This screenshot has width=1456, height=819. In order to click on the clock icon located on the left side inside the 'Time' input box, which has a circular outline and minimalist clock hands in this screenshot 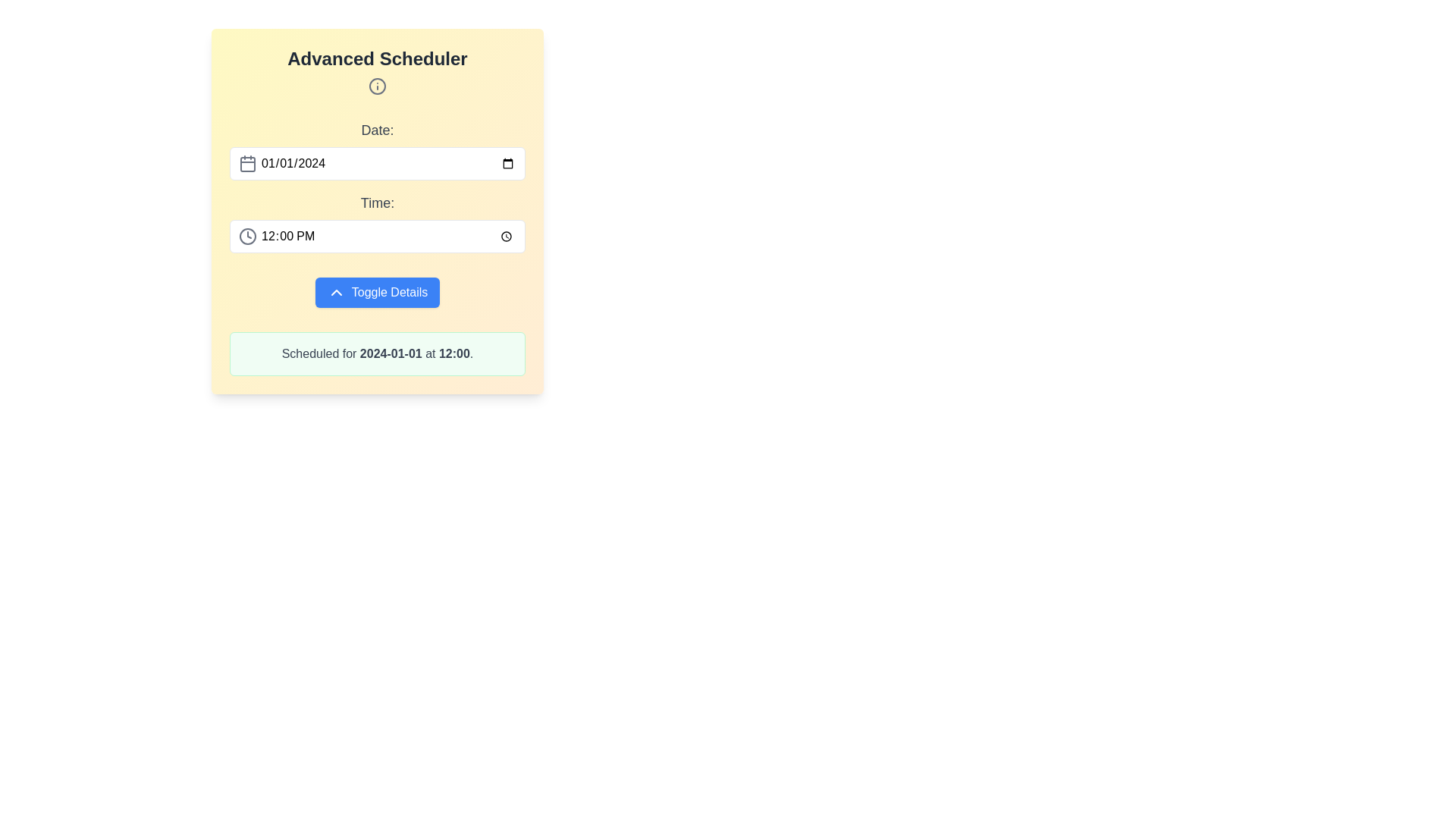, I will do `click(247, 237)`.